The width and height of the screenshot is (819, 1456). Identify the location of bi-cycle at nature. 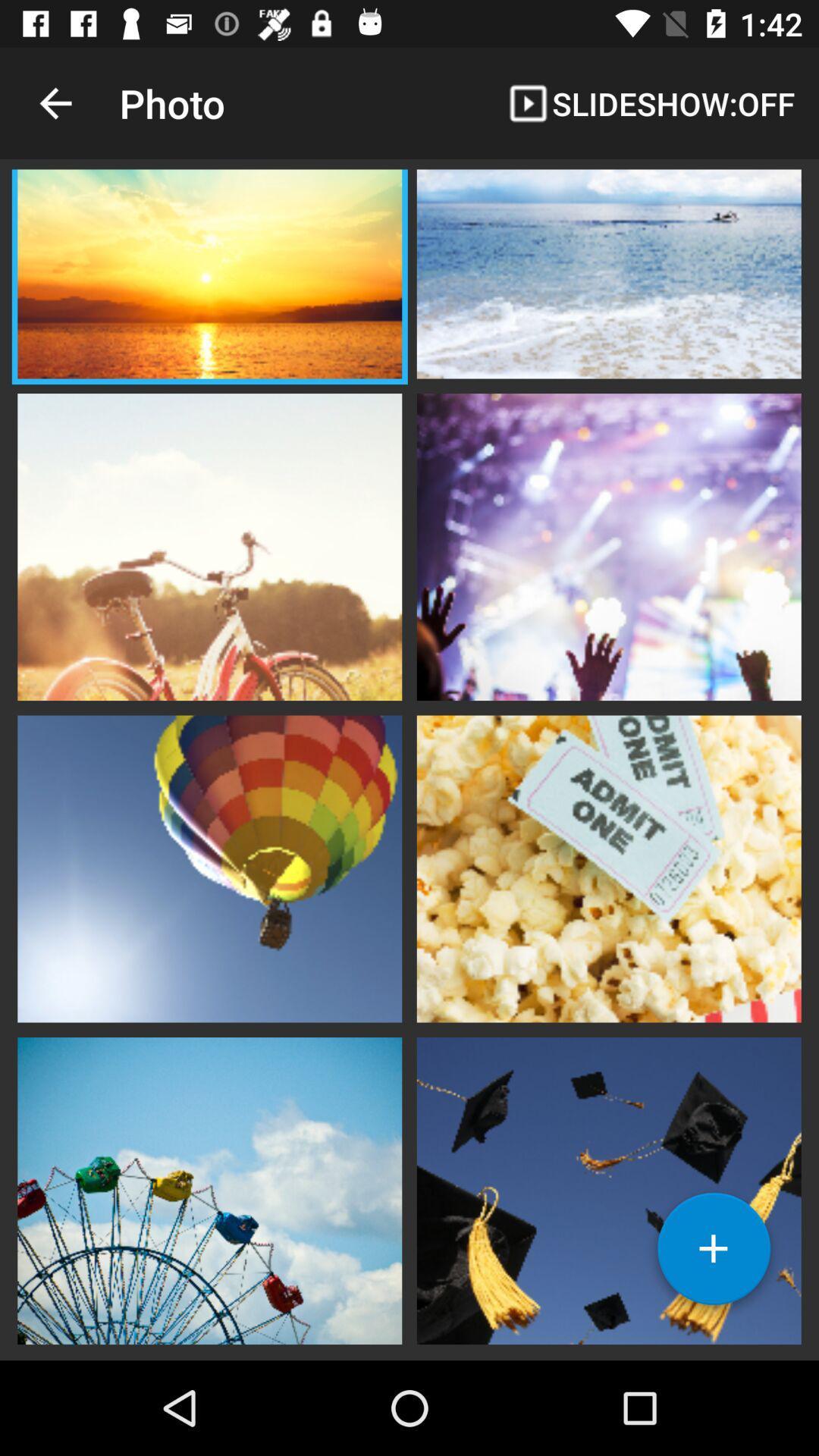
(209, 545).